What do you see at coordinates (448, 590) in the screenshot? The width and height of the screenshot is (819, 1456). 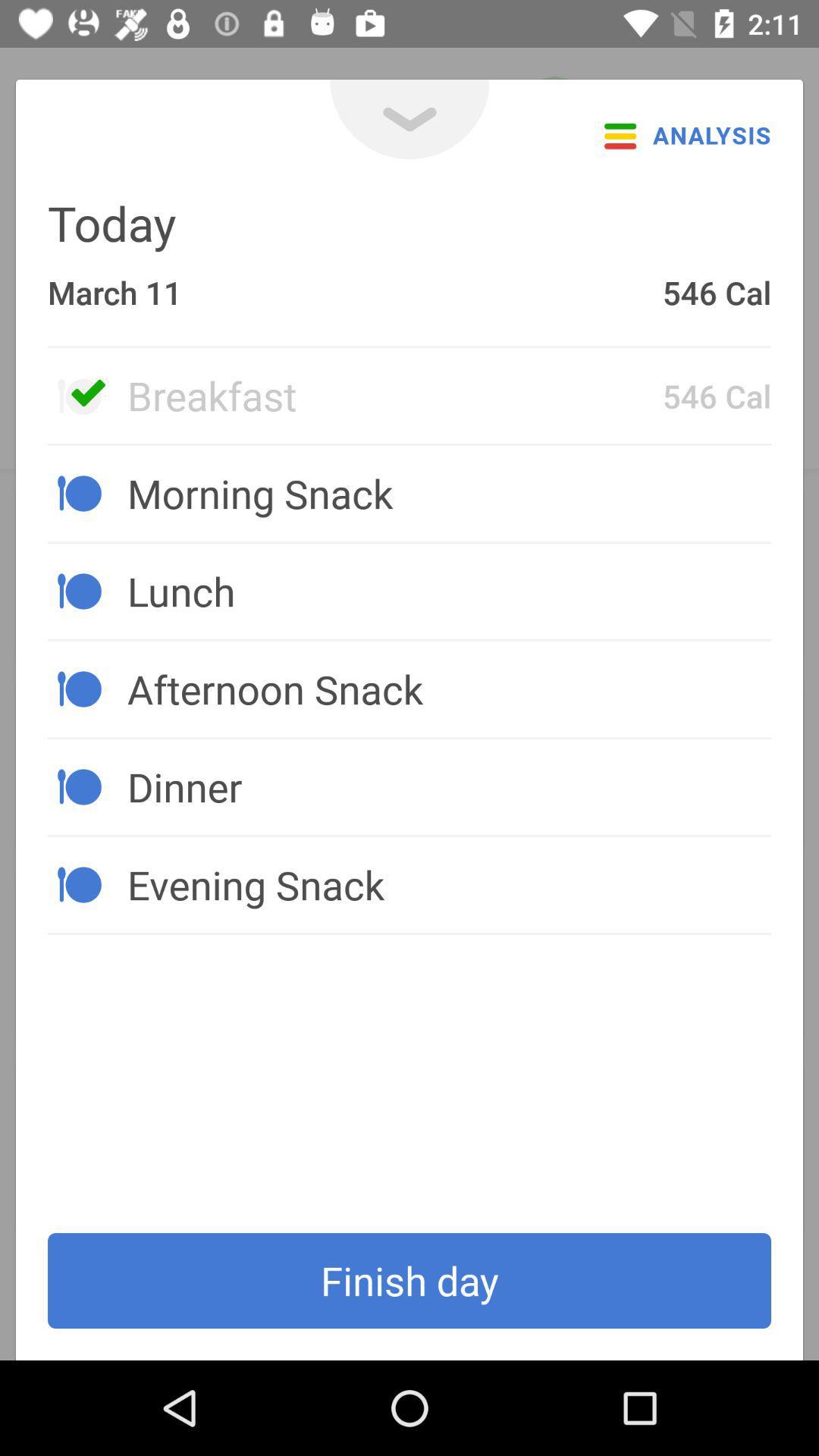 I see `item above afternoon snack item` at bounding box center [448, 590].